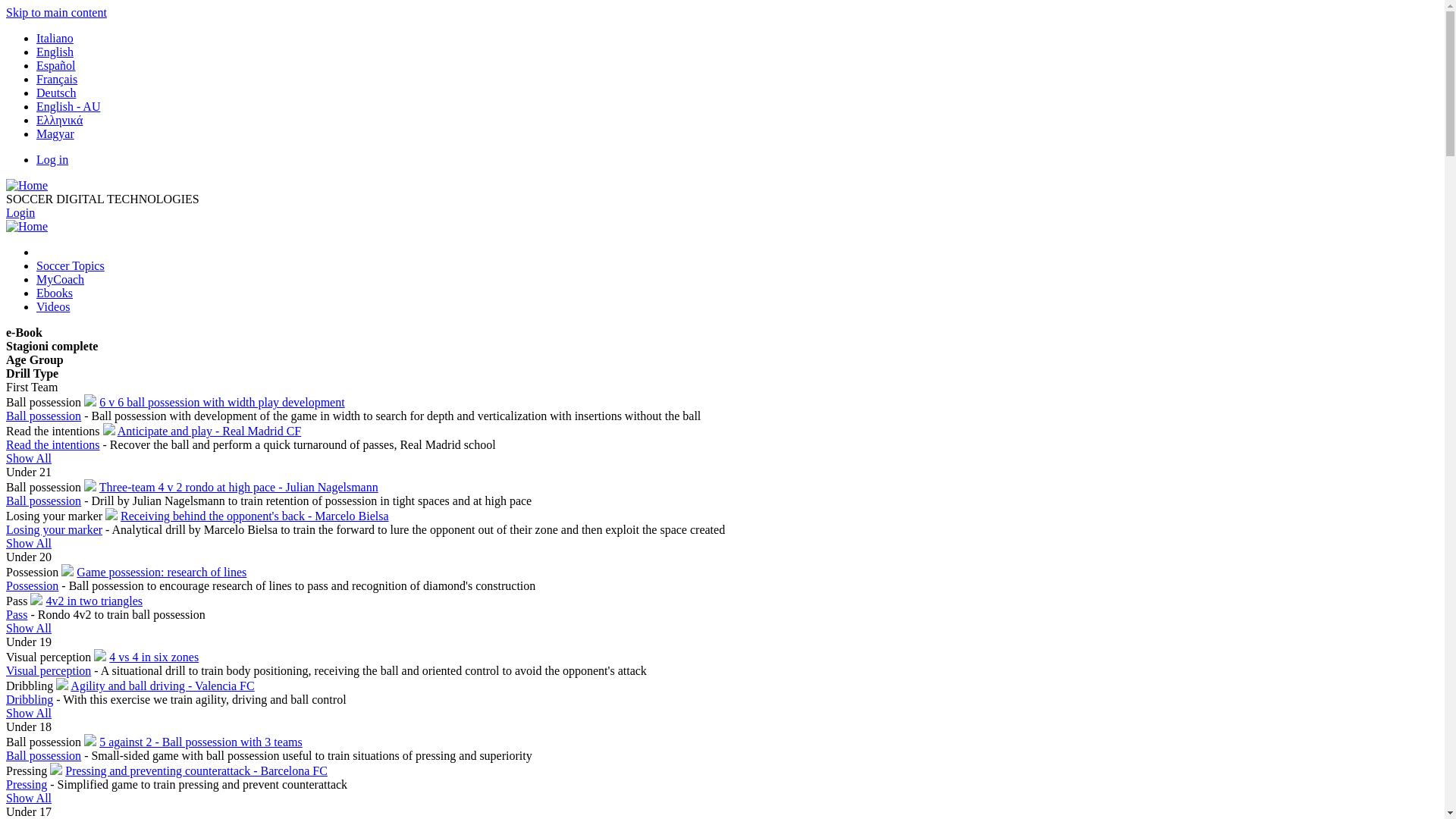 The image size is (1456, 819). I want to click on 'Soccer Topics', so click(69, 265).